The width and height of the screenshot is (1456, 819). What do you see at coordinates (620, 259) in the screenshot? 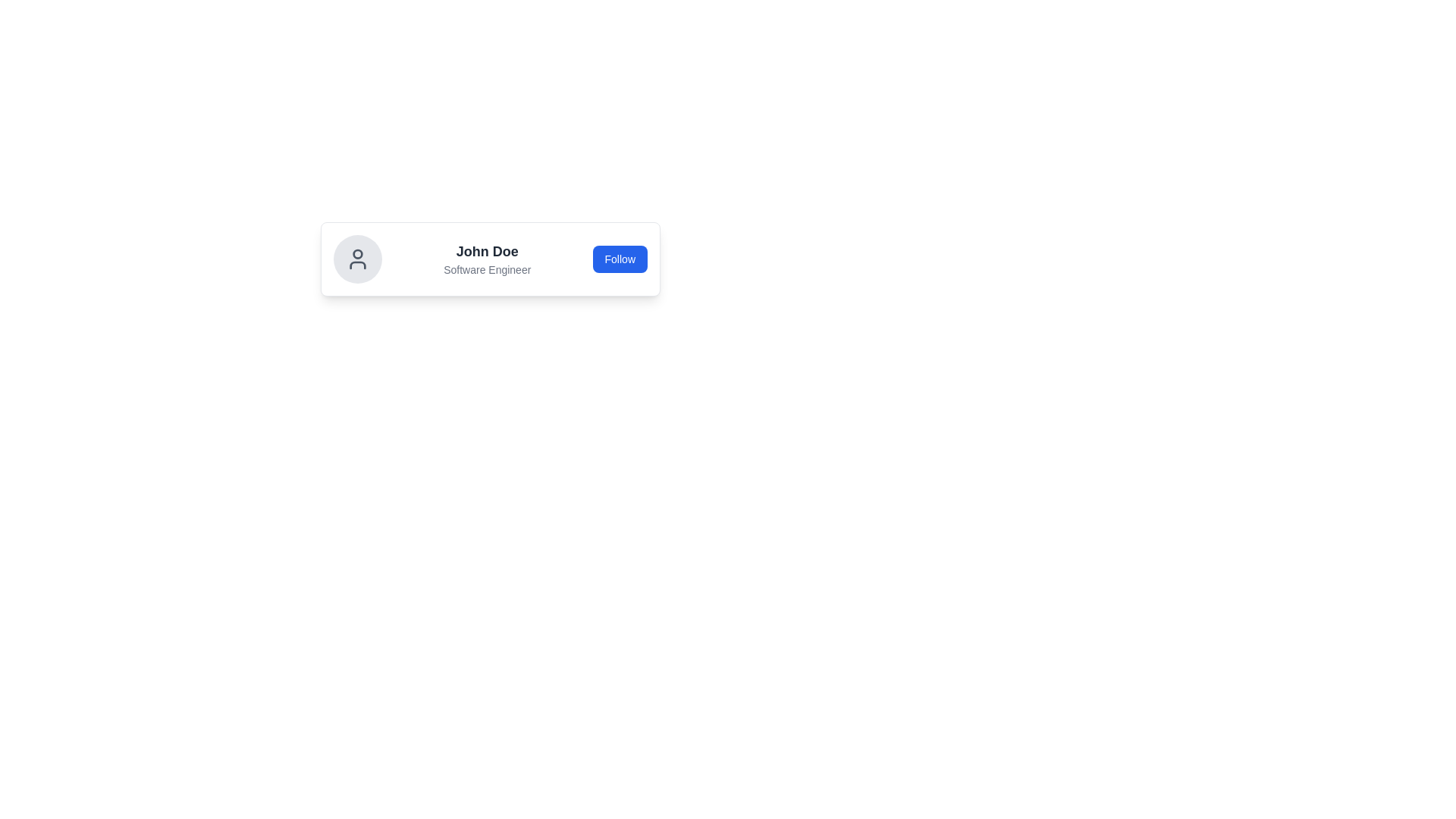
I see `the 'Follow' button, which has a blue background and white text, located at the right edge of the profile card` at bounding box center [620, 259].